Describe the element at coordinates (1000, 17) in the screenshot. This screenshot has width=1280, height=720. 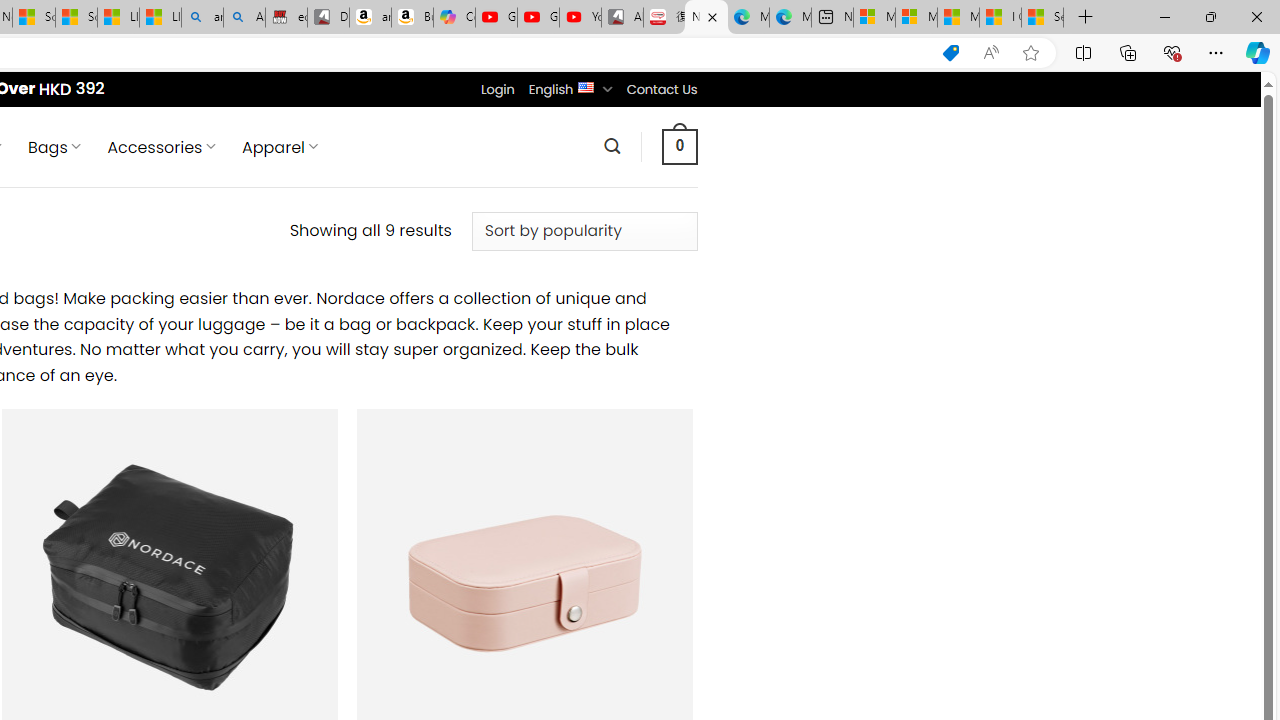
I see `'I Gained 20 Pounds of Muscle in 30 Days! | Watch'` at that location.